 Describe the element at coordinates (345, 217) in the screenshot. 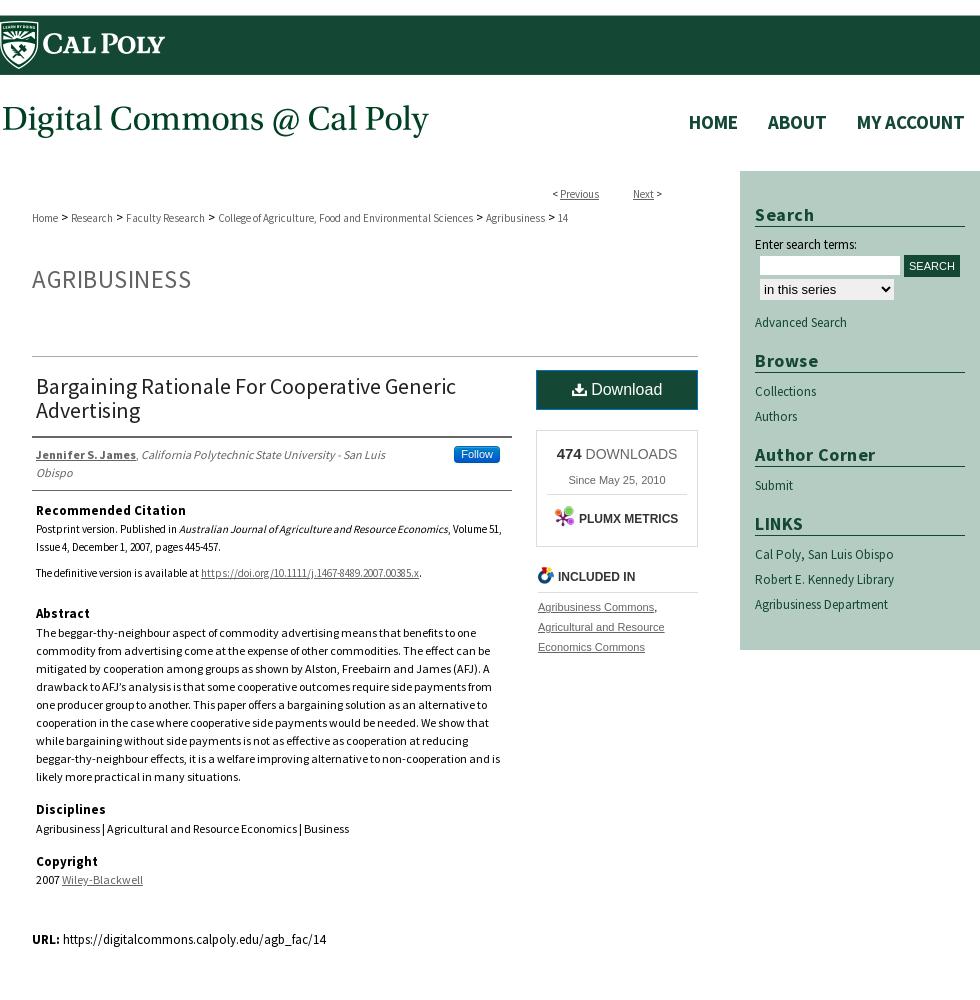

I see `'College of Agriculture, Food and Environmental Sciences'` at that location.